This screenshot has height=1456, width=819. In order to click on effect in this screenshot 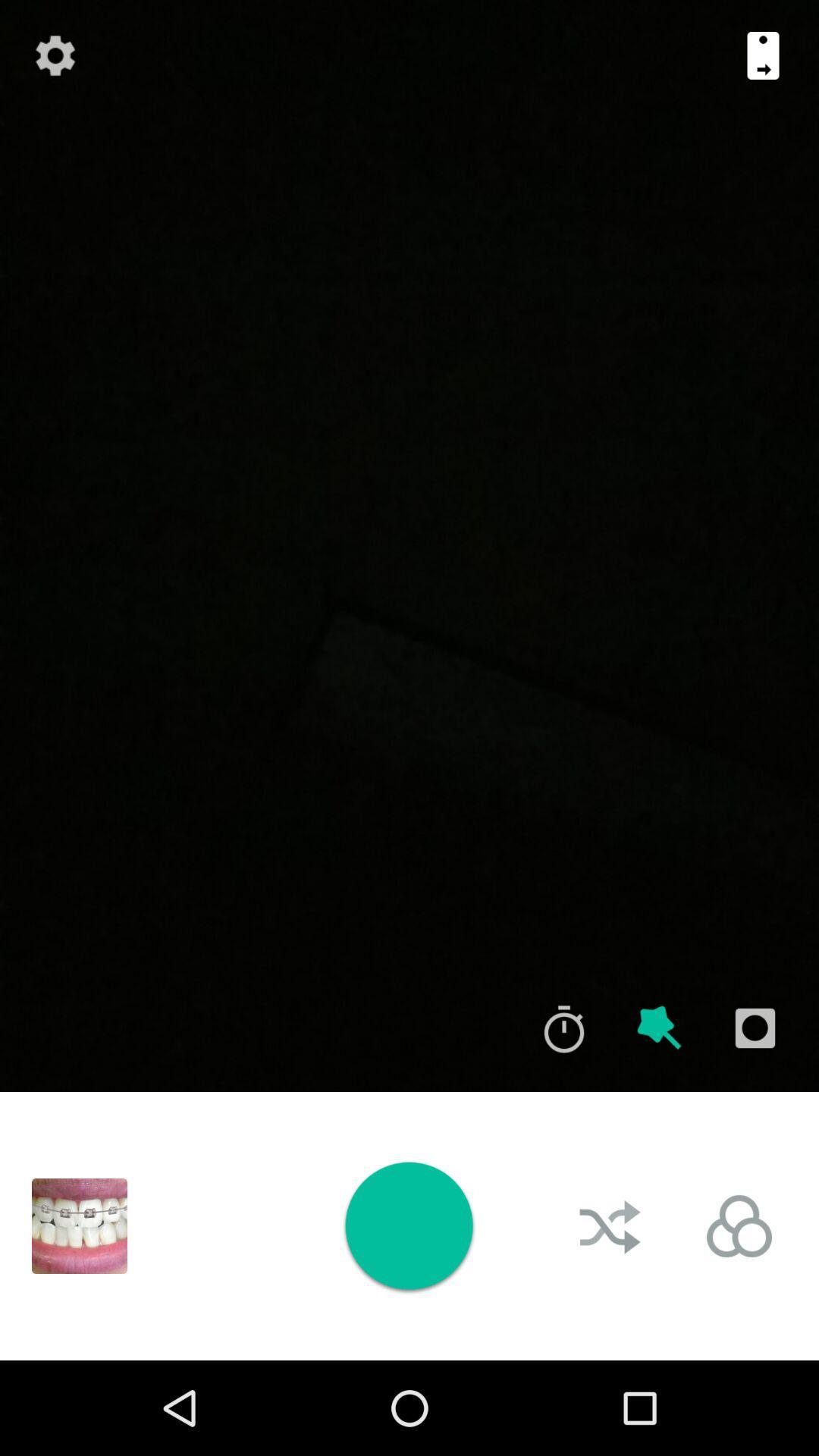, I will do `click(659, 1028)`.